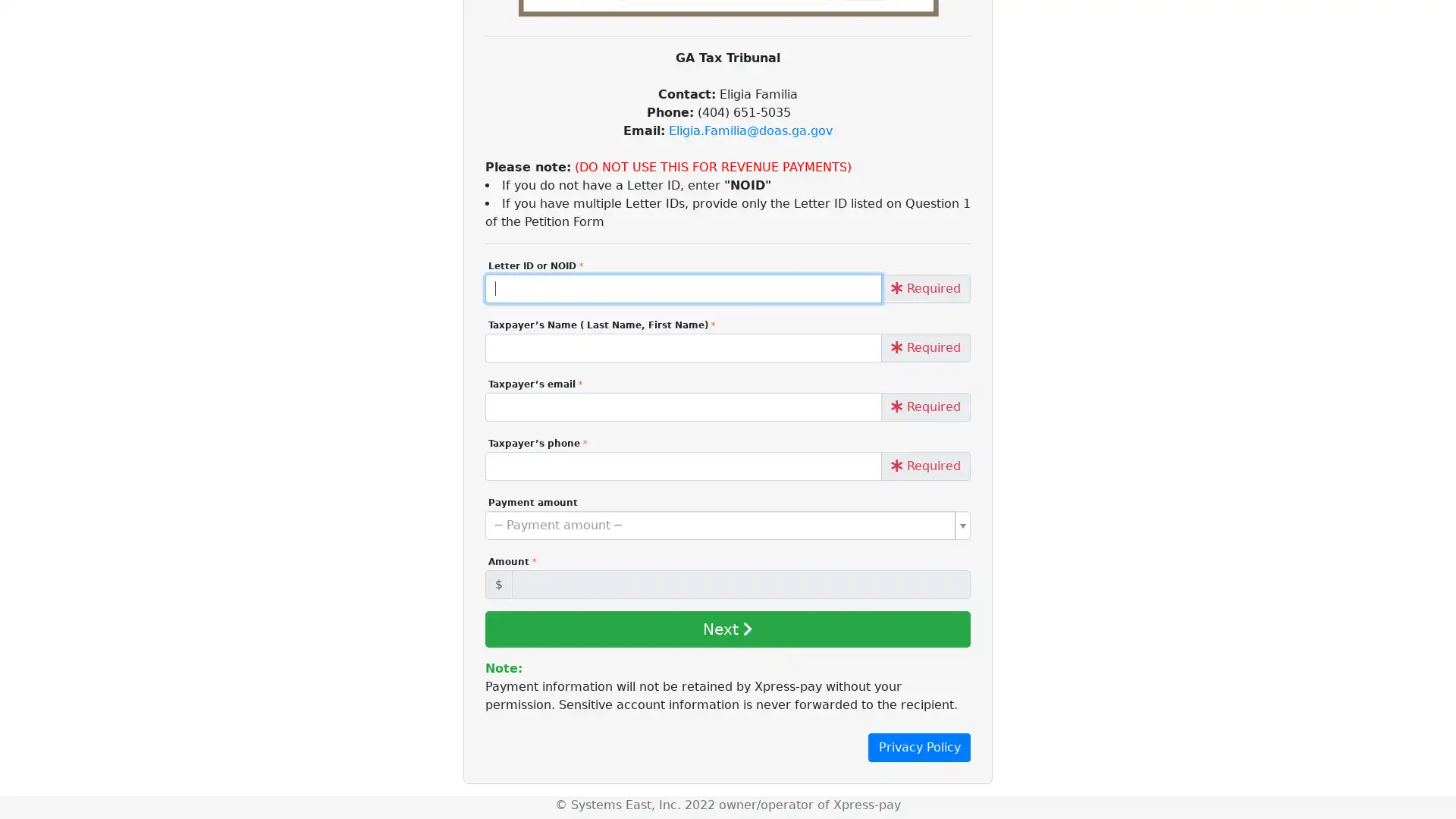  Describe the element at coordinates (918, 747) in the screenshot. I see `Privacy Policy` at that location.